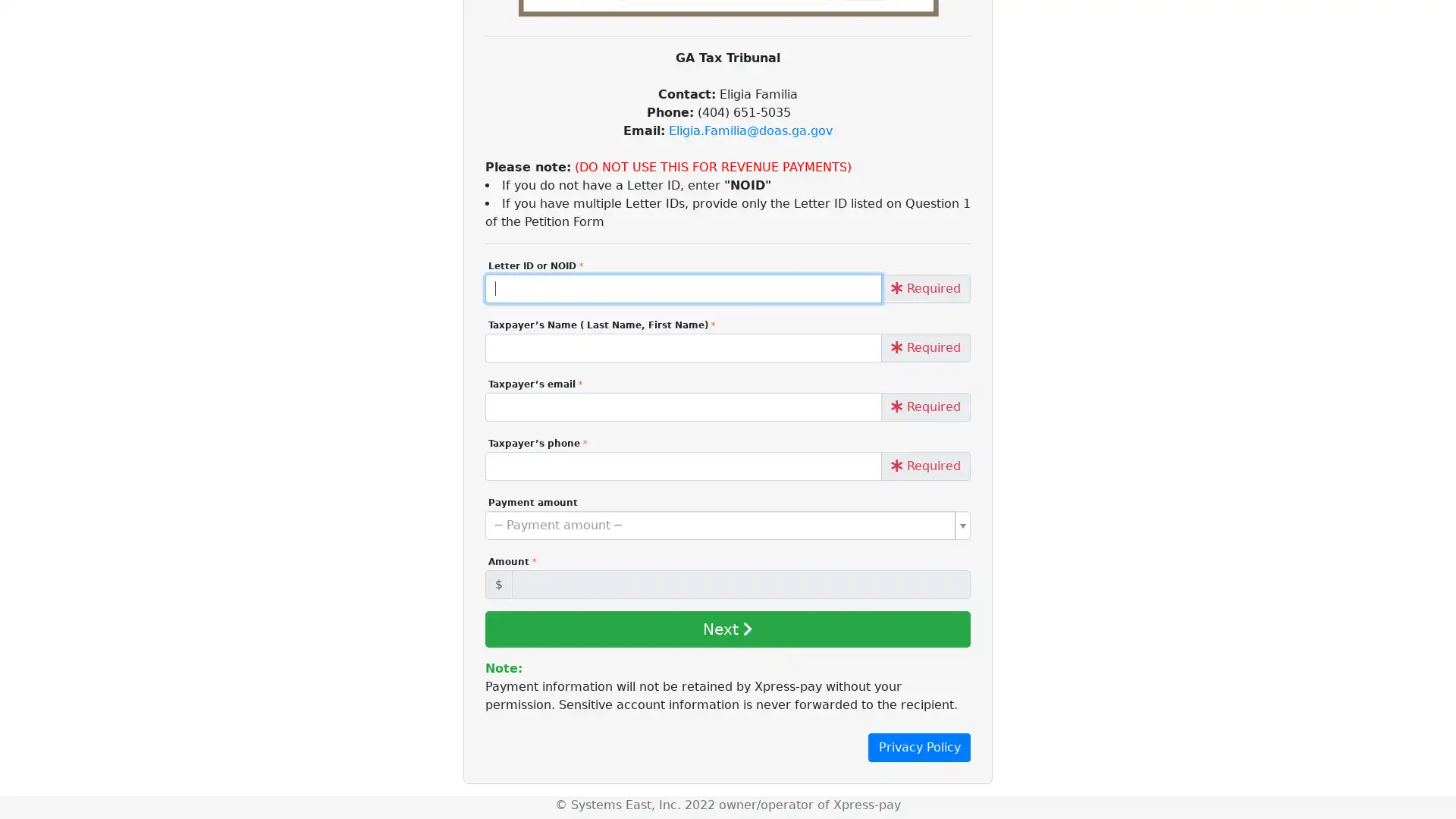  Describe the element at coordinates (918, 747) in the screenshot. I see `Privacy Policy` at that location.